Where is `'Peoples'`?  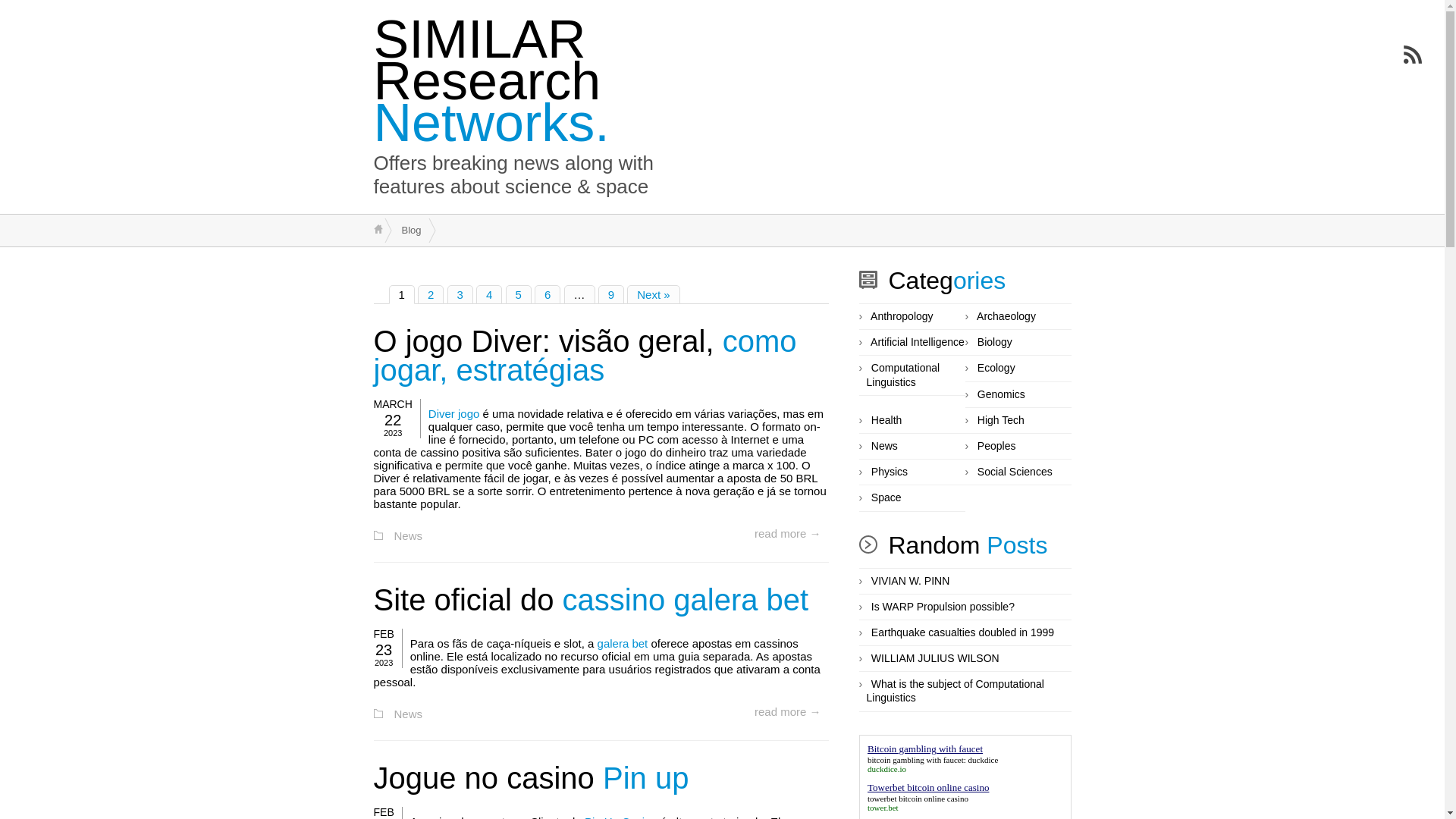 'Peoples' is located at coordinates (996, 446).